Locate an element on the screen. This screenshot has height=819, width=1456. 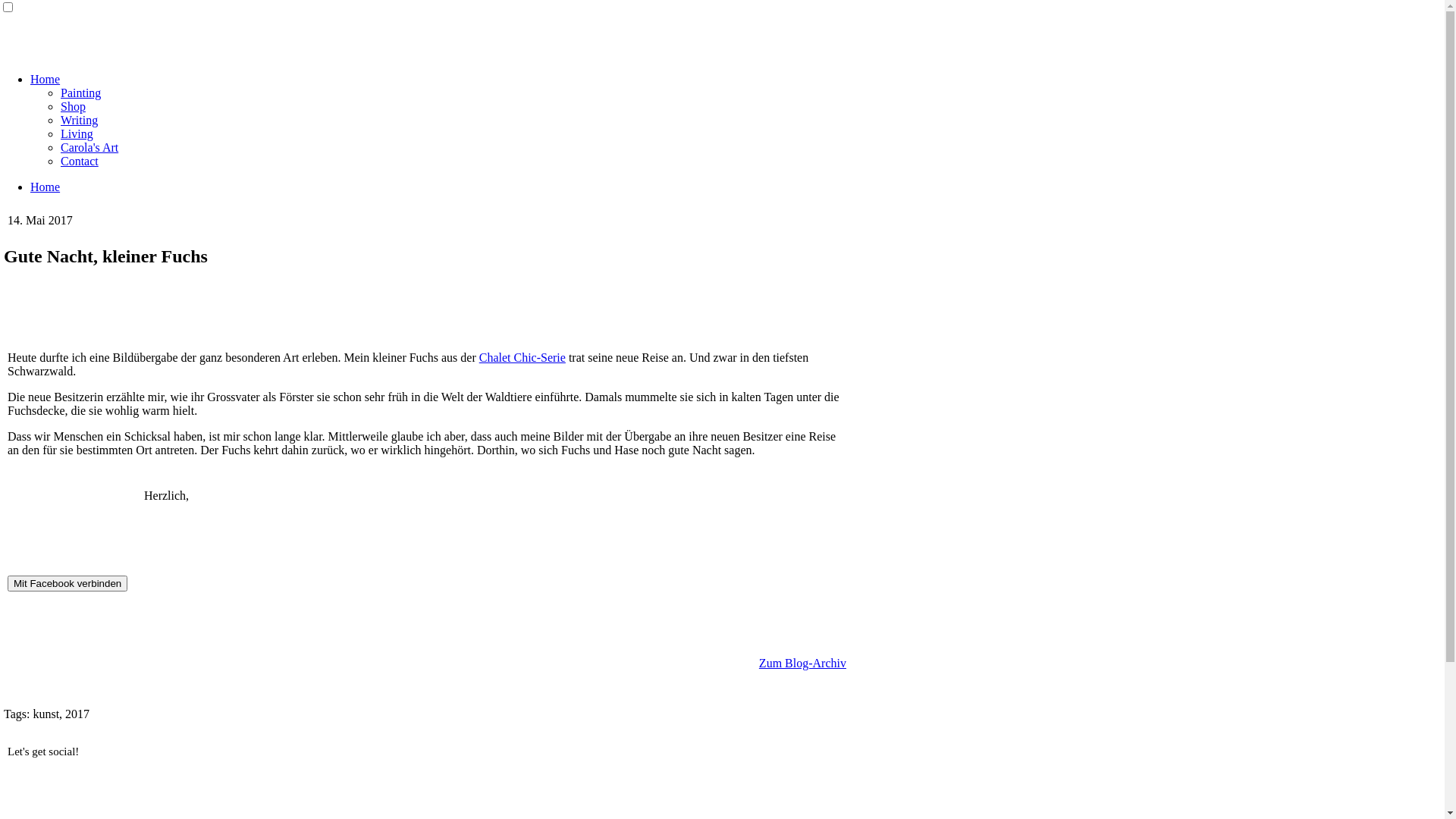
'Painting' is located at coordinates (80, 93).